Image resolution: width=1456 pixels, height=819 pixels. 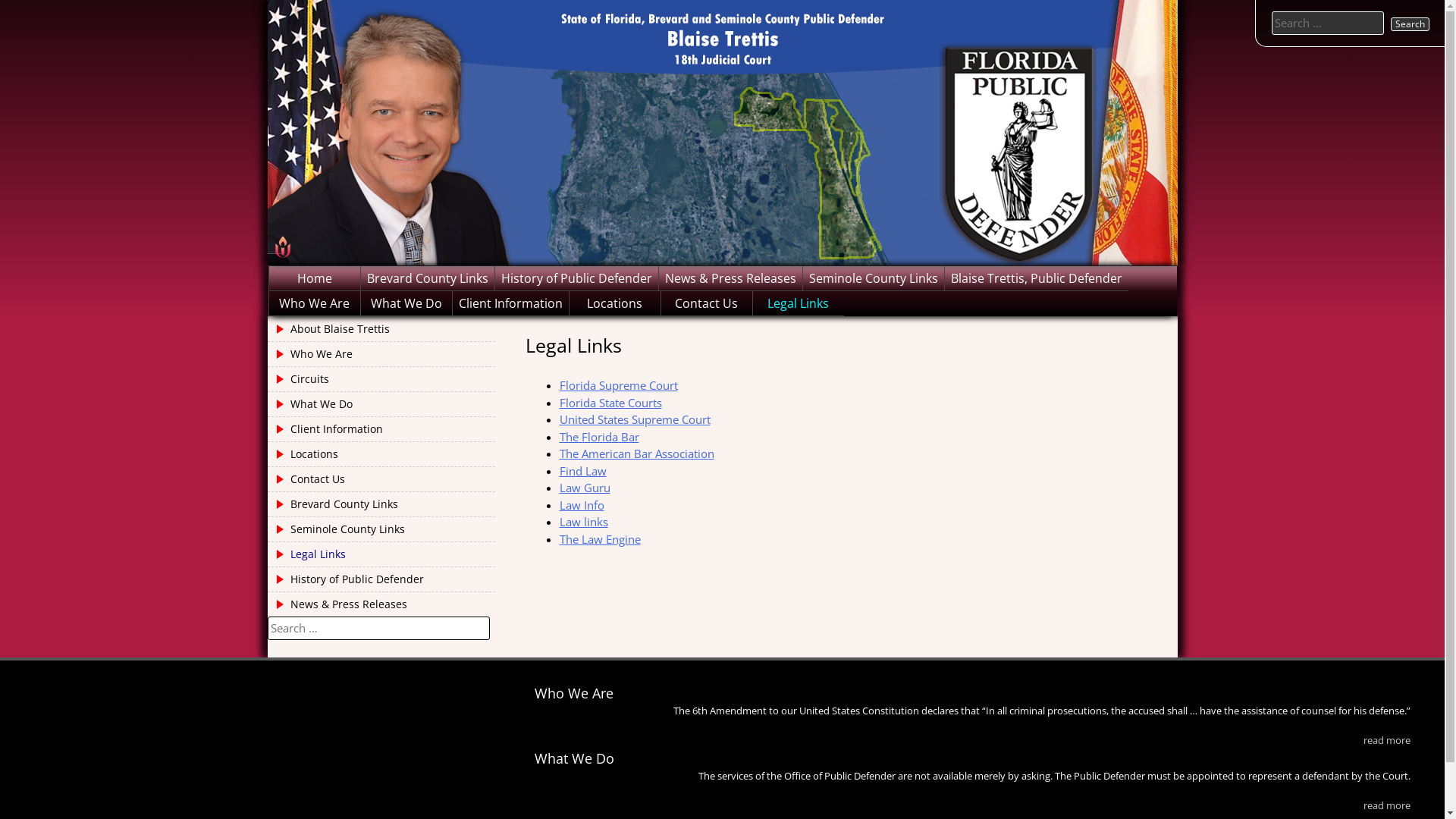 I want to click on 'Seminole County Links', so click(x=801, y=278).